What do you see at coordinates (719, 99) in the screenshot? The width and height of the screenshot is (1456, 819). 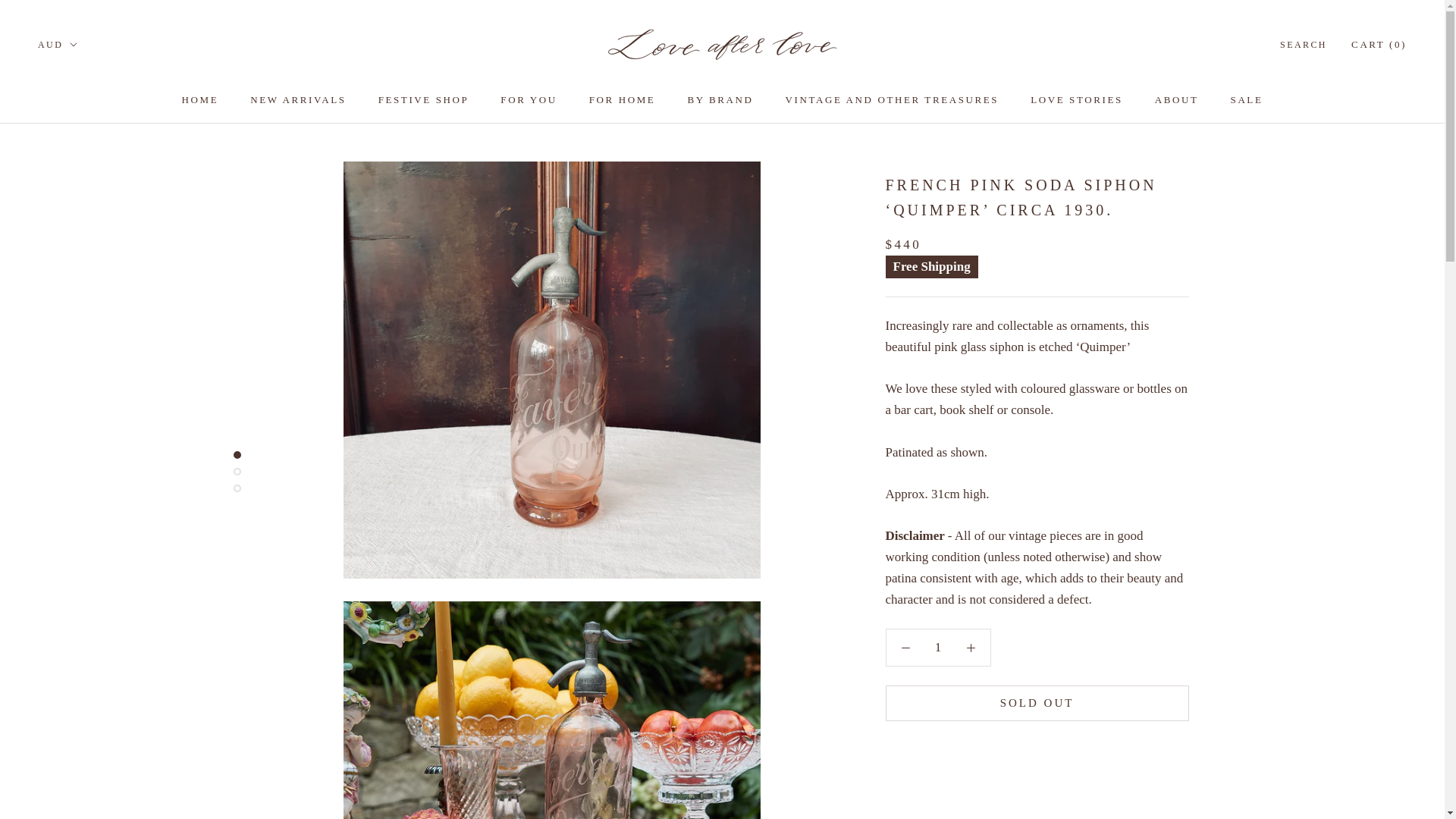 I see `'BY BRAND'` at bounding box center [719, 99].